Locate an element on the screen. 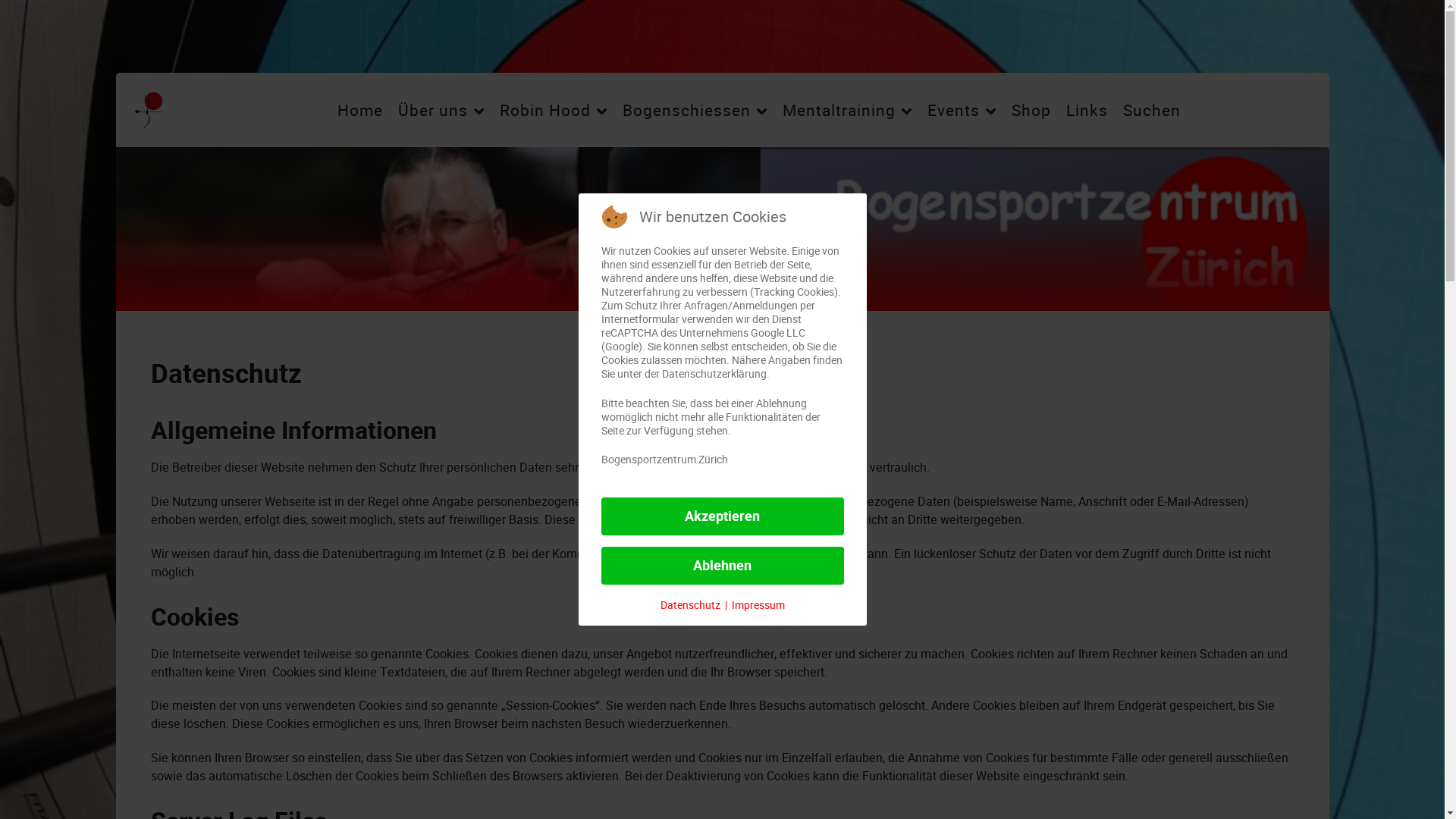 Image resolution: width=1456 pixels, height=819 pixels. 'Impressum' is located at coordinates (757, 604).